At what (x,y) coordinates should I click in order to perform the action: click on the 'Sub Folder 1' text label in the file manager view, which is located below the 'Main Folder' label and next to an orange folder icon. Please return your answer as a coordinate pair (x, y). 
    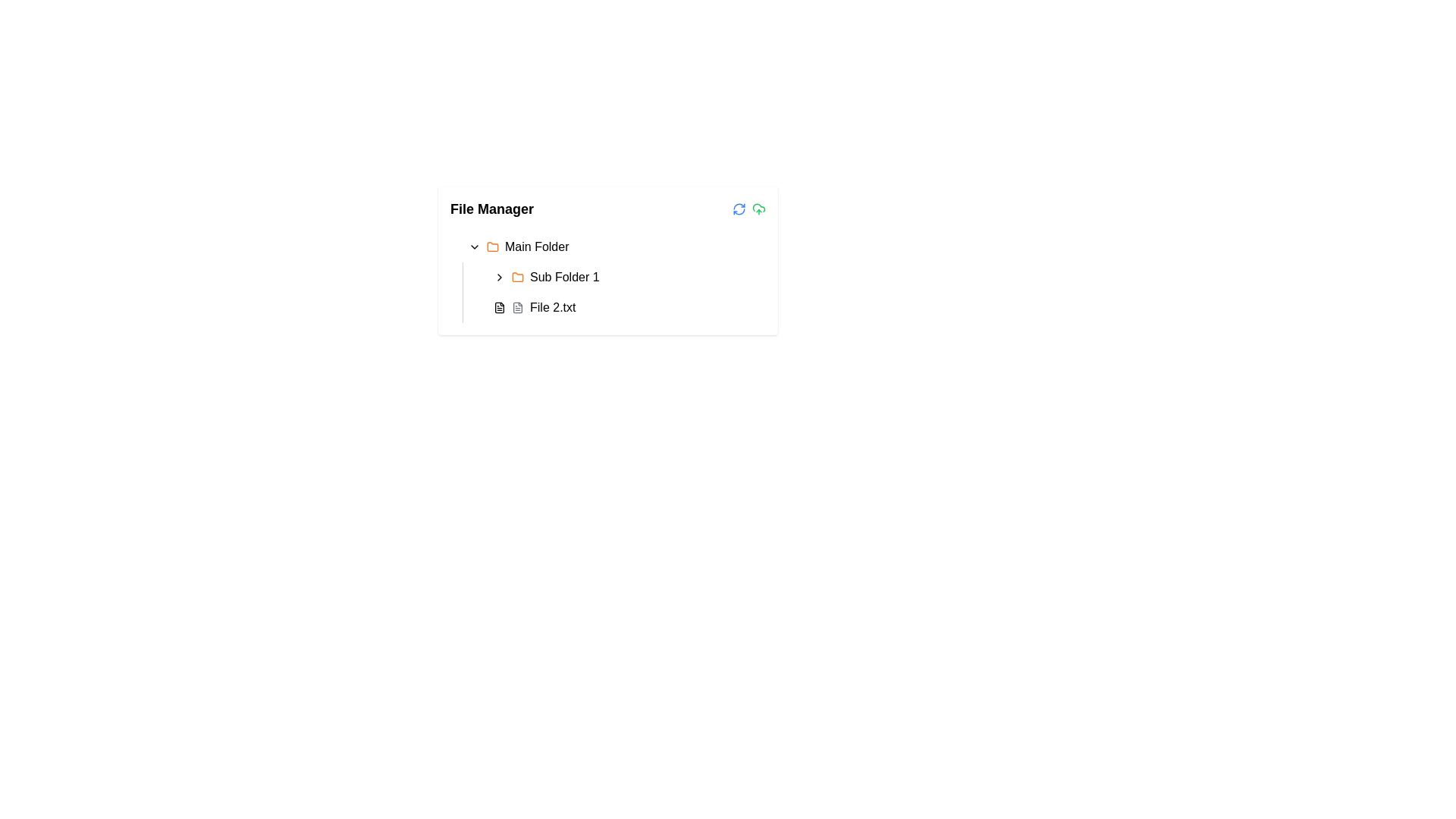
    Looking at the image, I should click on (563, 278).